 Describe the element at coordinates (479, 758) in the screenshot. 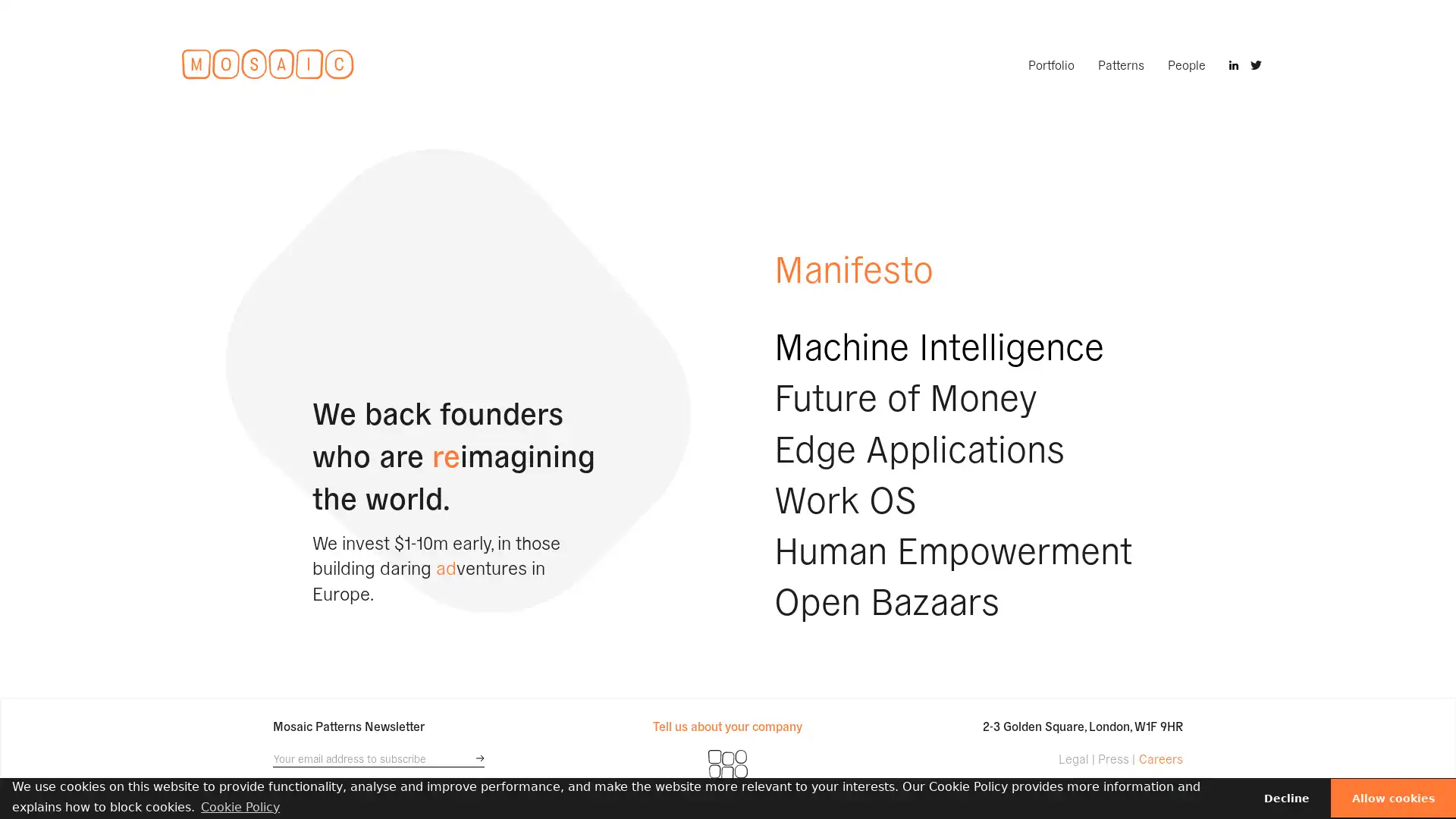

I see `Submit` at that location.